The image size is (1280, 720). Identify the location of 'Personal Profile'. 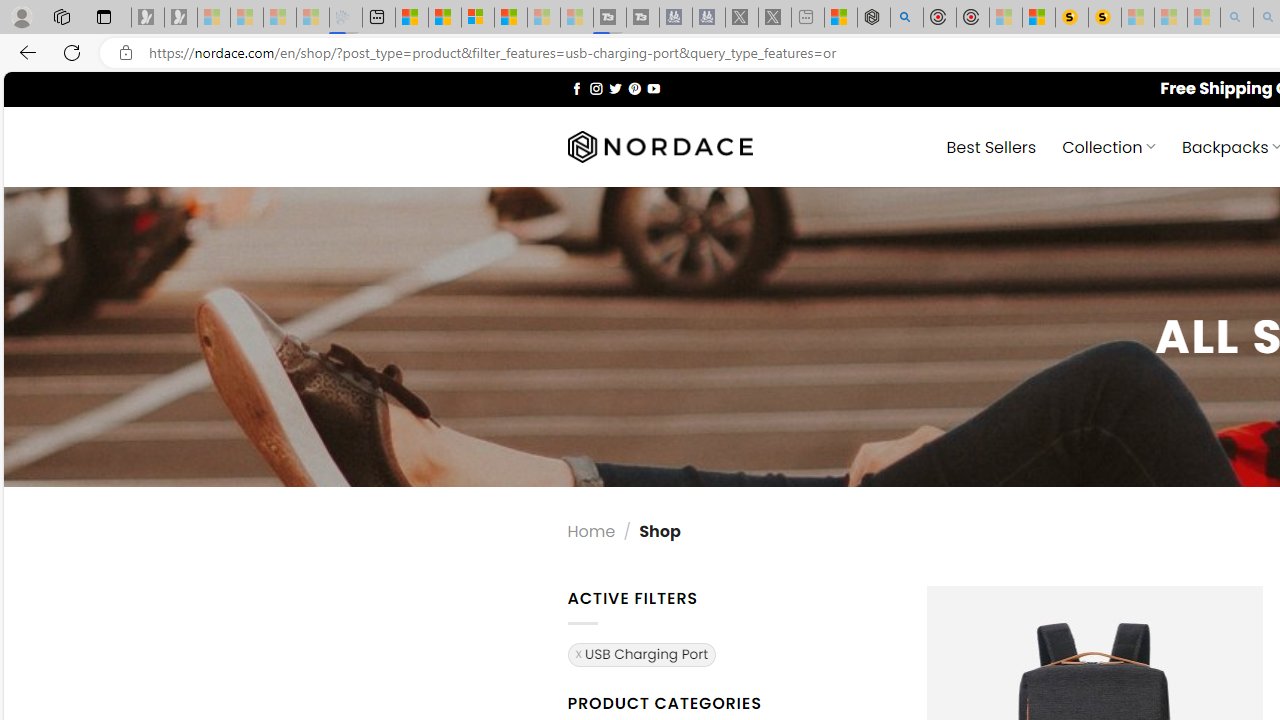
(21, 16).